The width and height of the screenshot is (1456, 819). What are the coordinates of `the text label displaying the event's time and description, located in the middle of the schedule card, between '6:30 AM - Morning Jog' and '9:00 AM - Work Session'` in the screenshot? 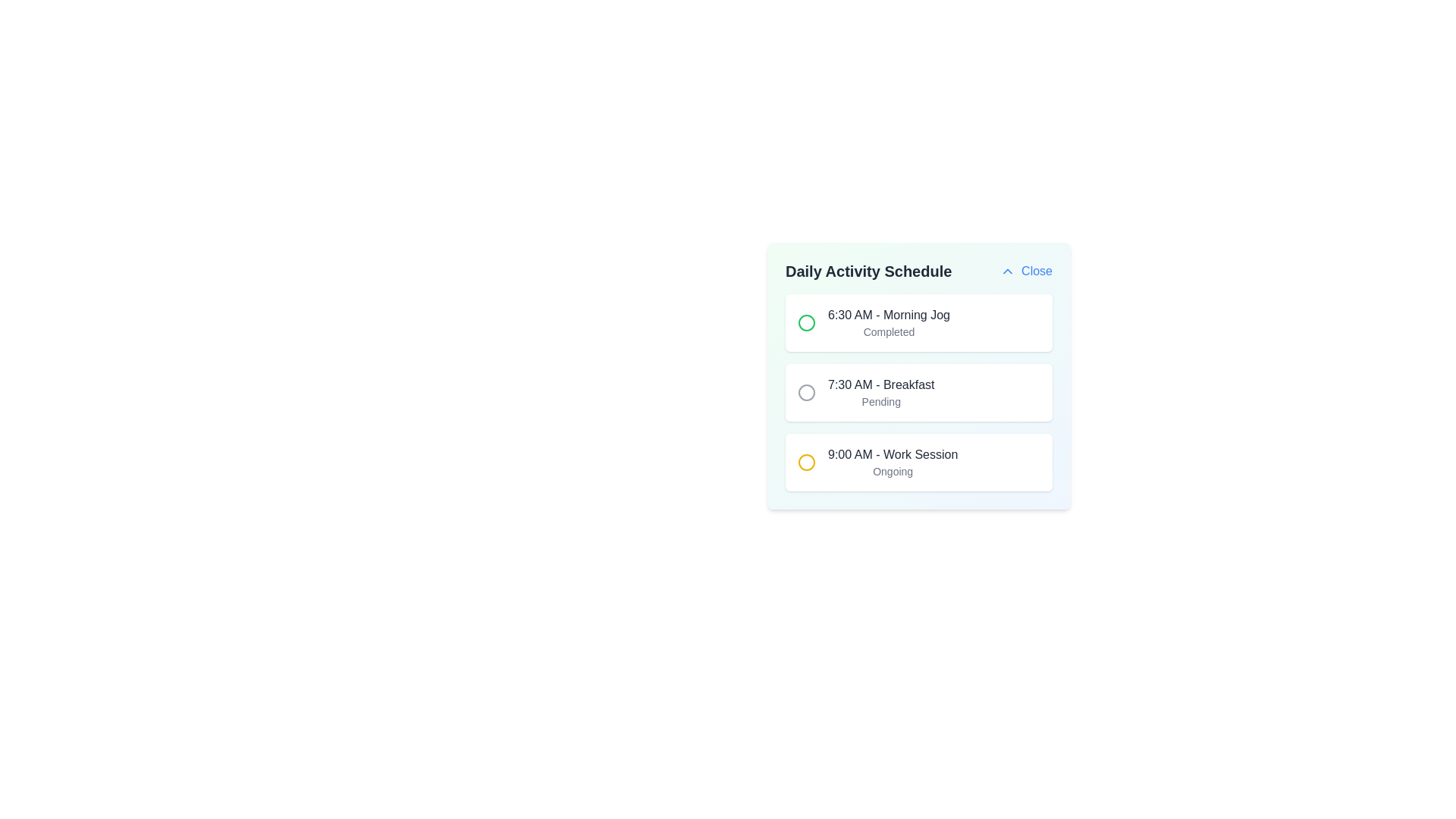 It's located at (881, 384).